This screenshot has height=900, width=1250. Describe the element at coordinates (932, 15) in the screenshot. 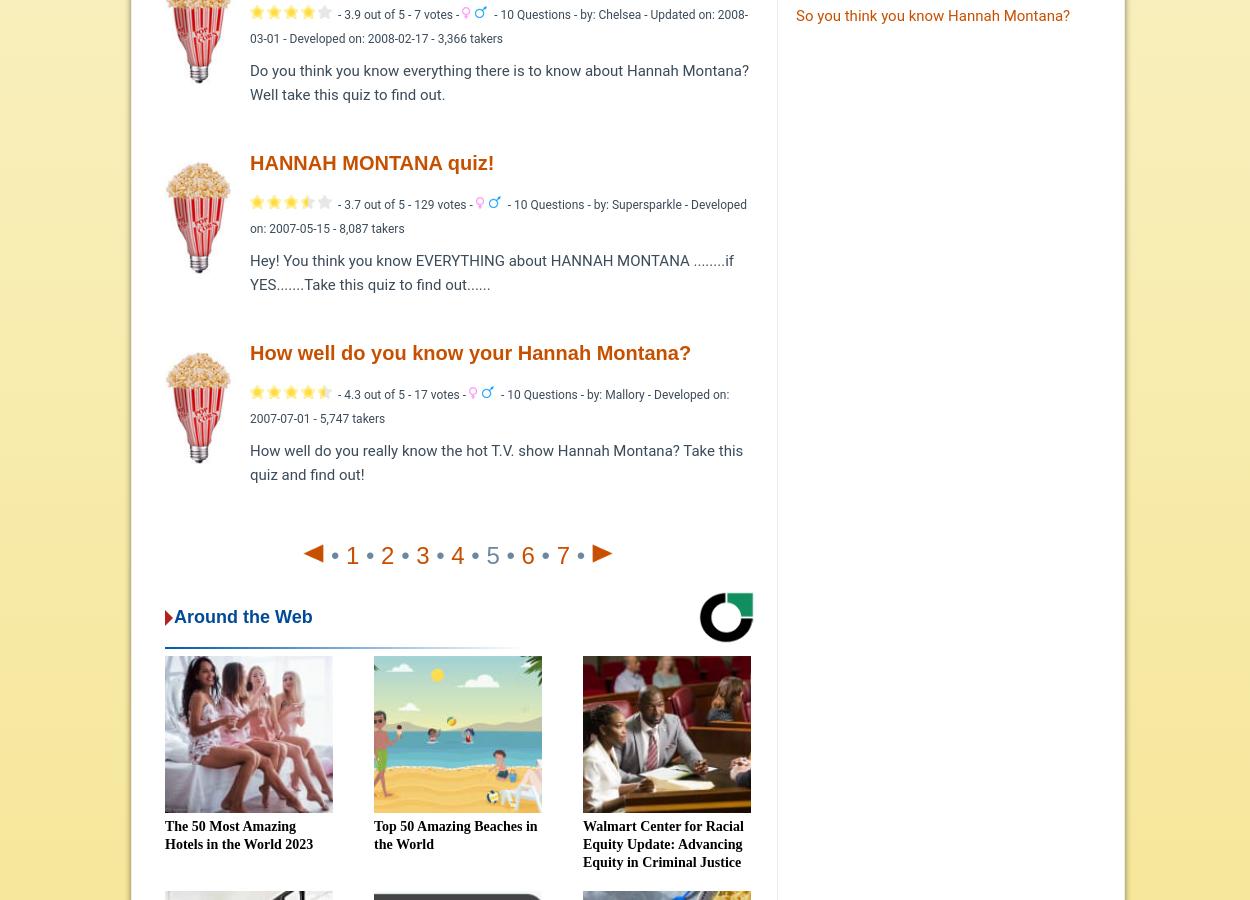

I see `'So you think you know Hannah Montana?'` at that location.